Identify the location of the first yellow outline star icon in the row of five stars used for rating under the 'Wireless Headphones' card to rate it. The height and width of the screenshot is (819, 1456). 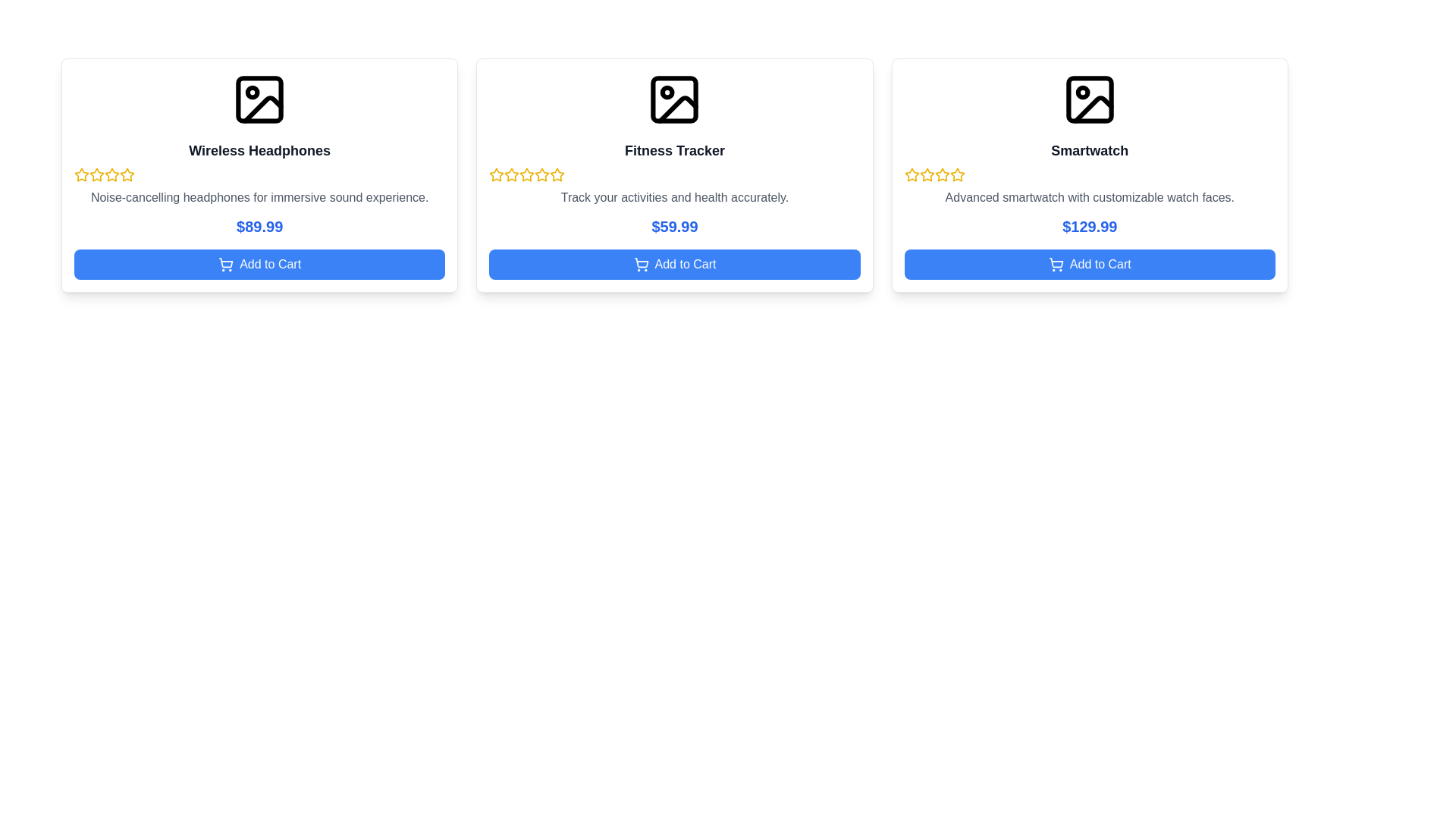
(81, 174).